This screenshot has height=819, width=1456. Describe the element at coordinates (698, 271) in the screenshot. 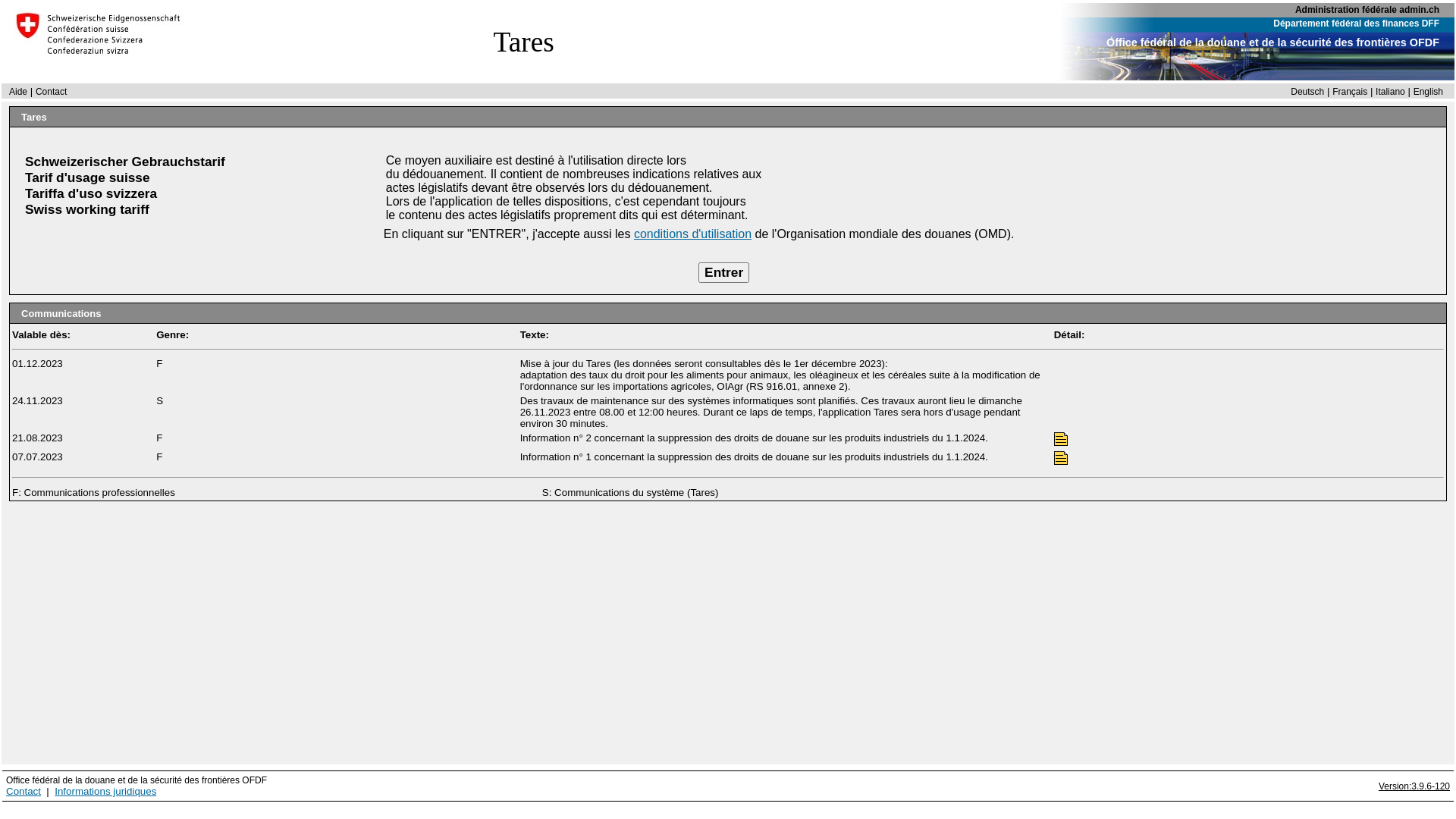

I see `'Entrer'` at that location.